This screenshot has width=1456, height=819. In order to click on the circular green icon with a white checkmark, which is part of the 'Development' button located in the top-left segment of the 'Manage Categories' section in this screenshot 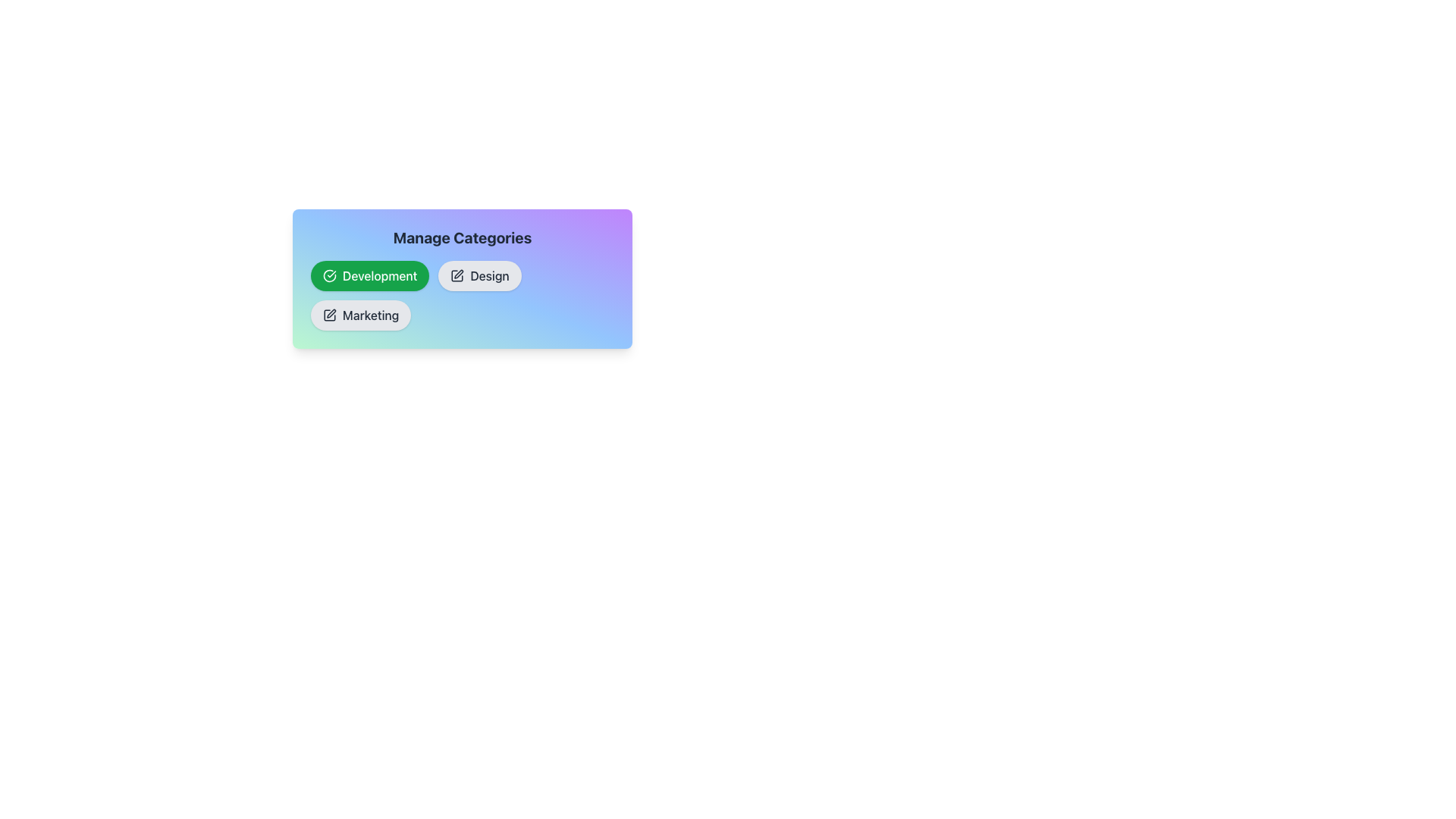, I will do `click(329, 275)`.